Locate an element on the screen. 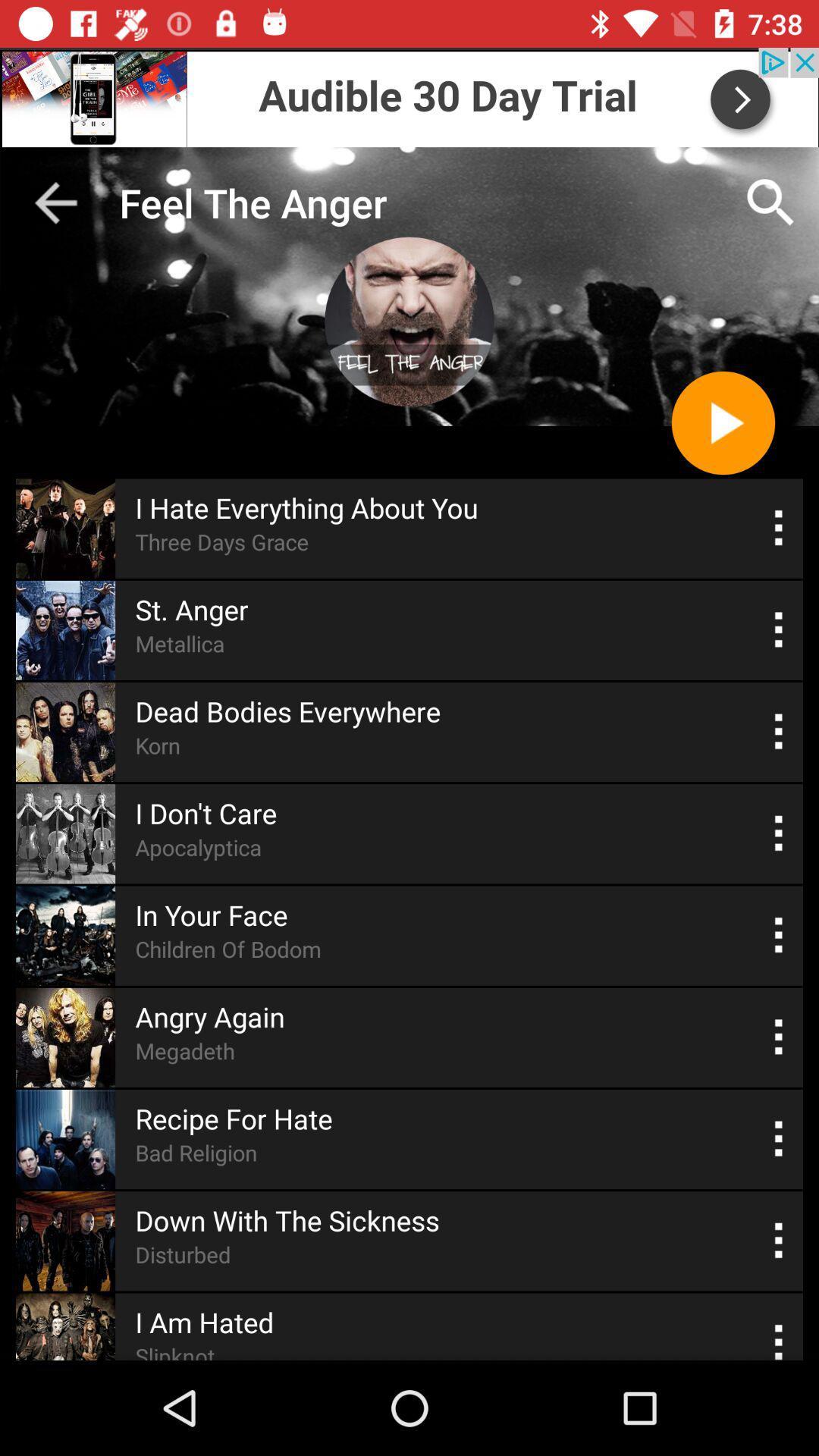 The image size is (819, 1456). more options is located at coordinates (779, 833).